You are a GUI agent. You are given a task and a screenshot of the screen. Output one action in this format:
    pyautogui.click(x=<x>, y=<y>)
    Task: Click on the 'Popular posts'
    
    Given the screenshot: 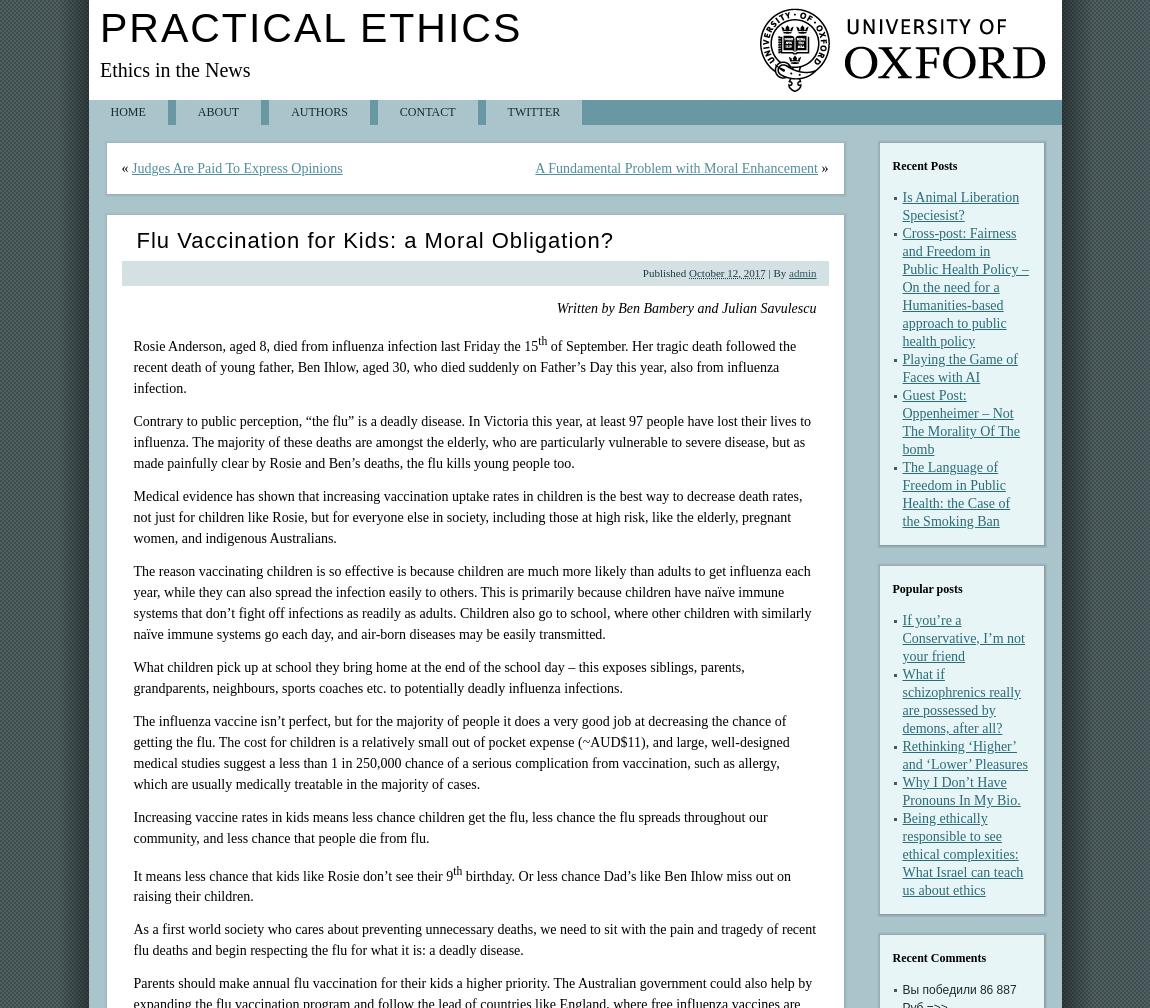 What is the action you would take?
    pyautogui.click(x=927, y=588)
    